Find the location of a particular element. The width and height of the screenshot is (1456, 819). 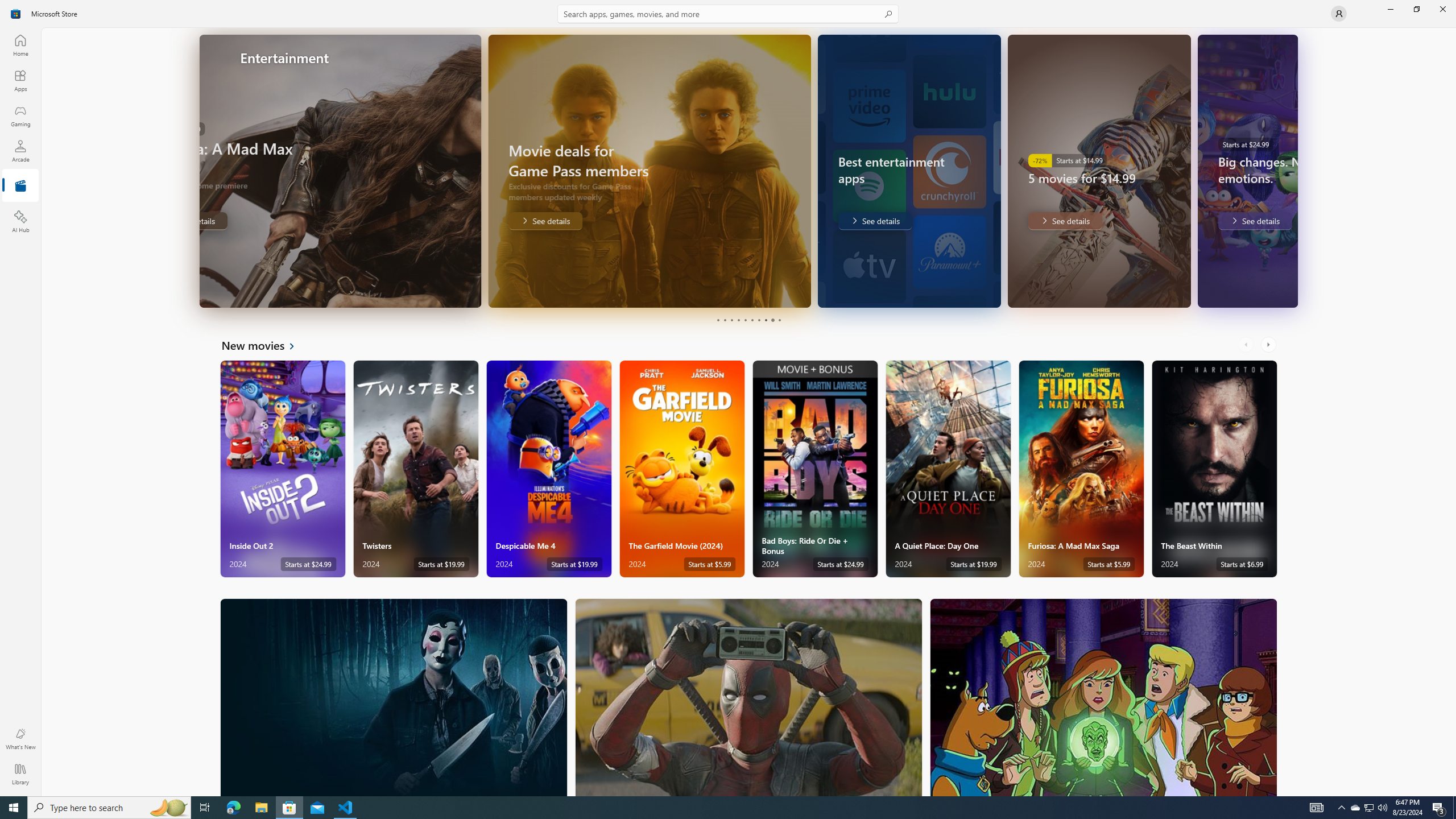

'AutomationID: LeftScrollButton' is located at coordinates (1247, 344).